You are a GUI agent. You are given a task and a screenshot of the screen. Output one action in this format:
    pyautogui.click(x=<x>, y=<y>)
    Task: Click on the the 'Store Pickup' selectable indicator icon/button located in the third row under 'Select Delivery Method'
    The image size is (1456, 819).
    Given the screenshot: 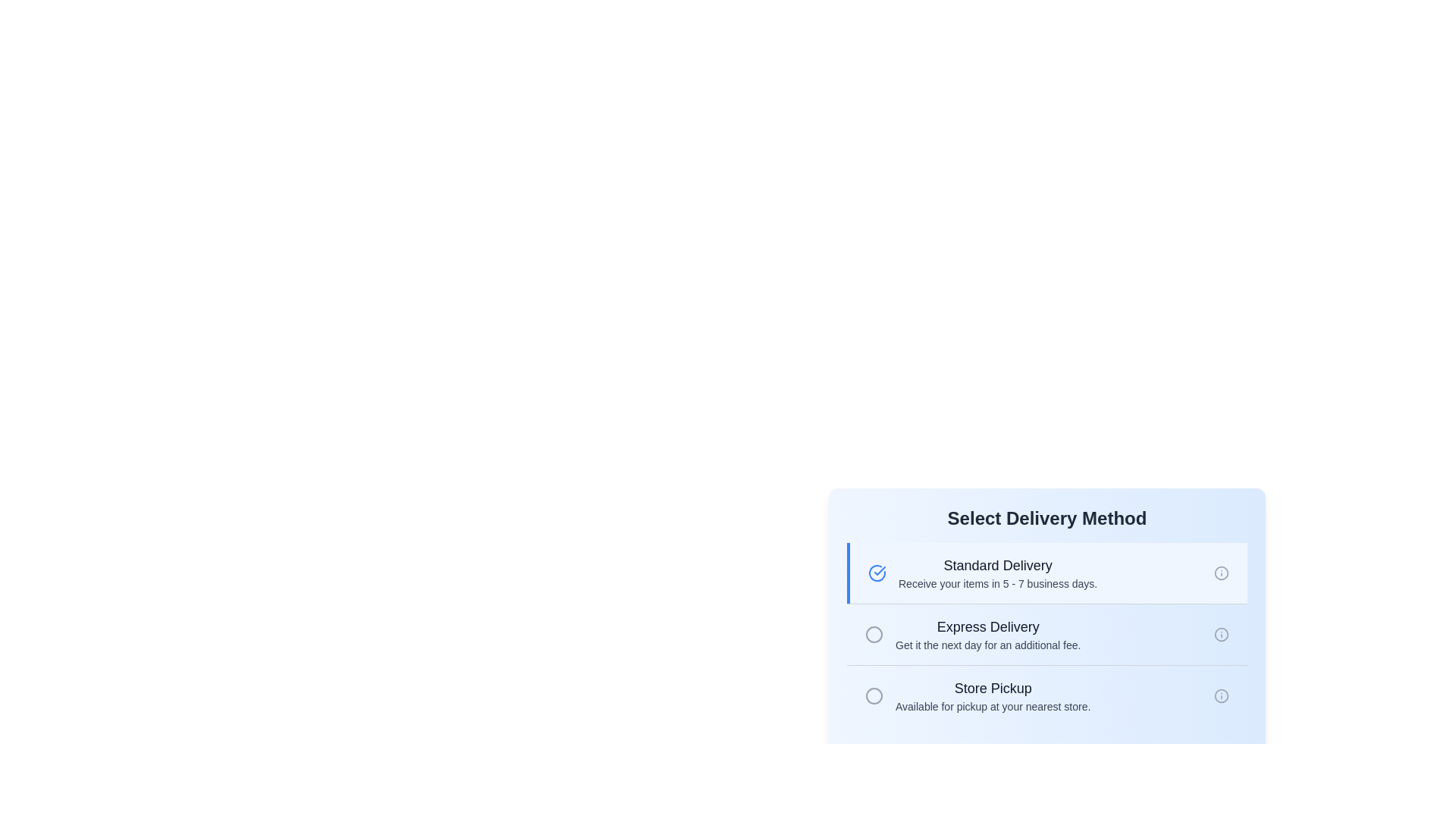 What is the action you would take?
    pyautogui.click(x=874, y=696)
    